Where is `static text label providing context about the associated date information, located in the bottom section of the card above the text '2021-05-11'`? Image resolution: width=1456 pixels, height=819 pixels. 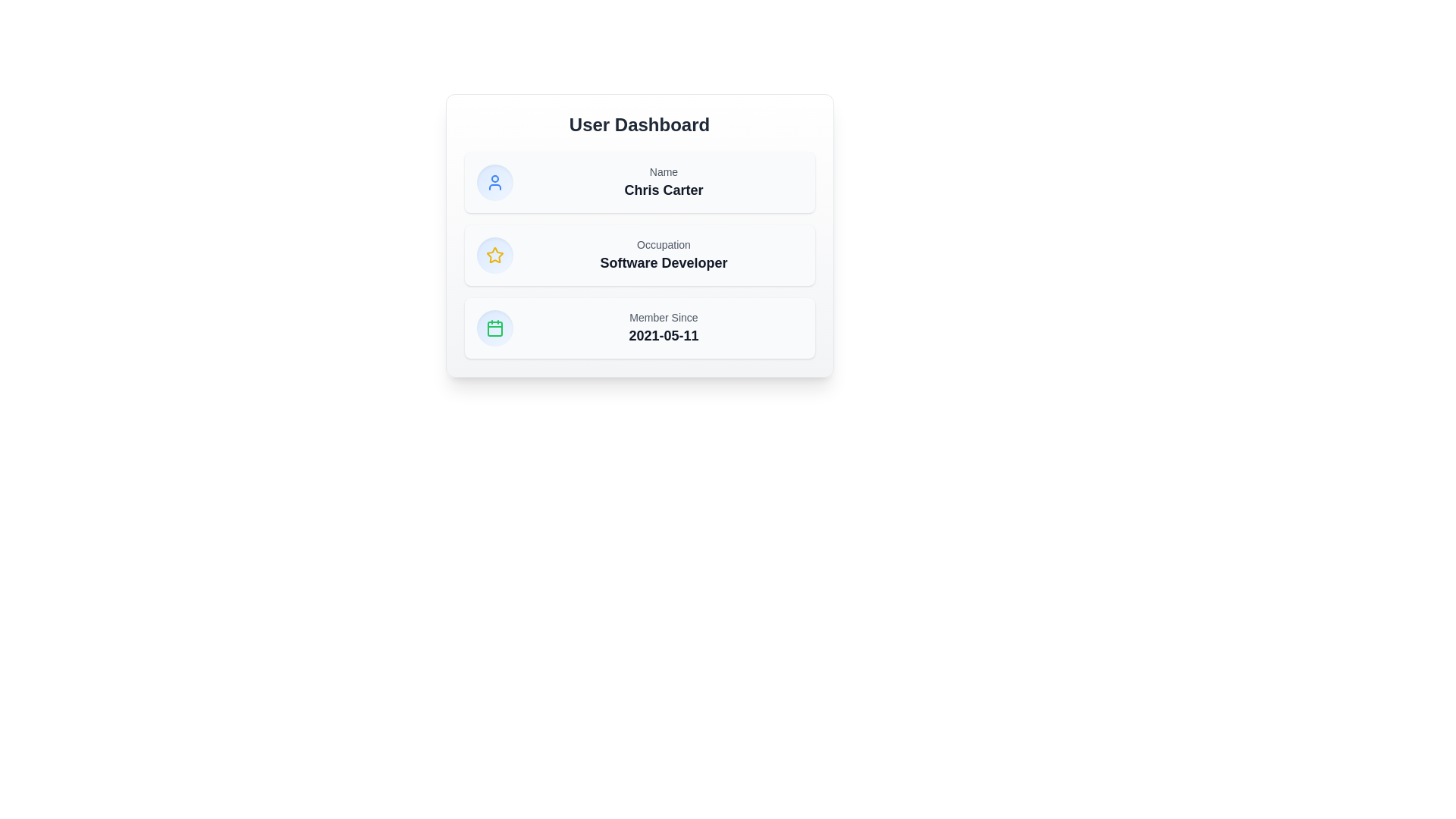
static text label providing context about the associated date information, located in the bottom section of the card above the text '2021-05-11' is located at coordinates (664, 317).